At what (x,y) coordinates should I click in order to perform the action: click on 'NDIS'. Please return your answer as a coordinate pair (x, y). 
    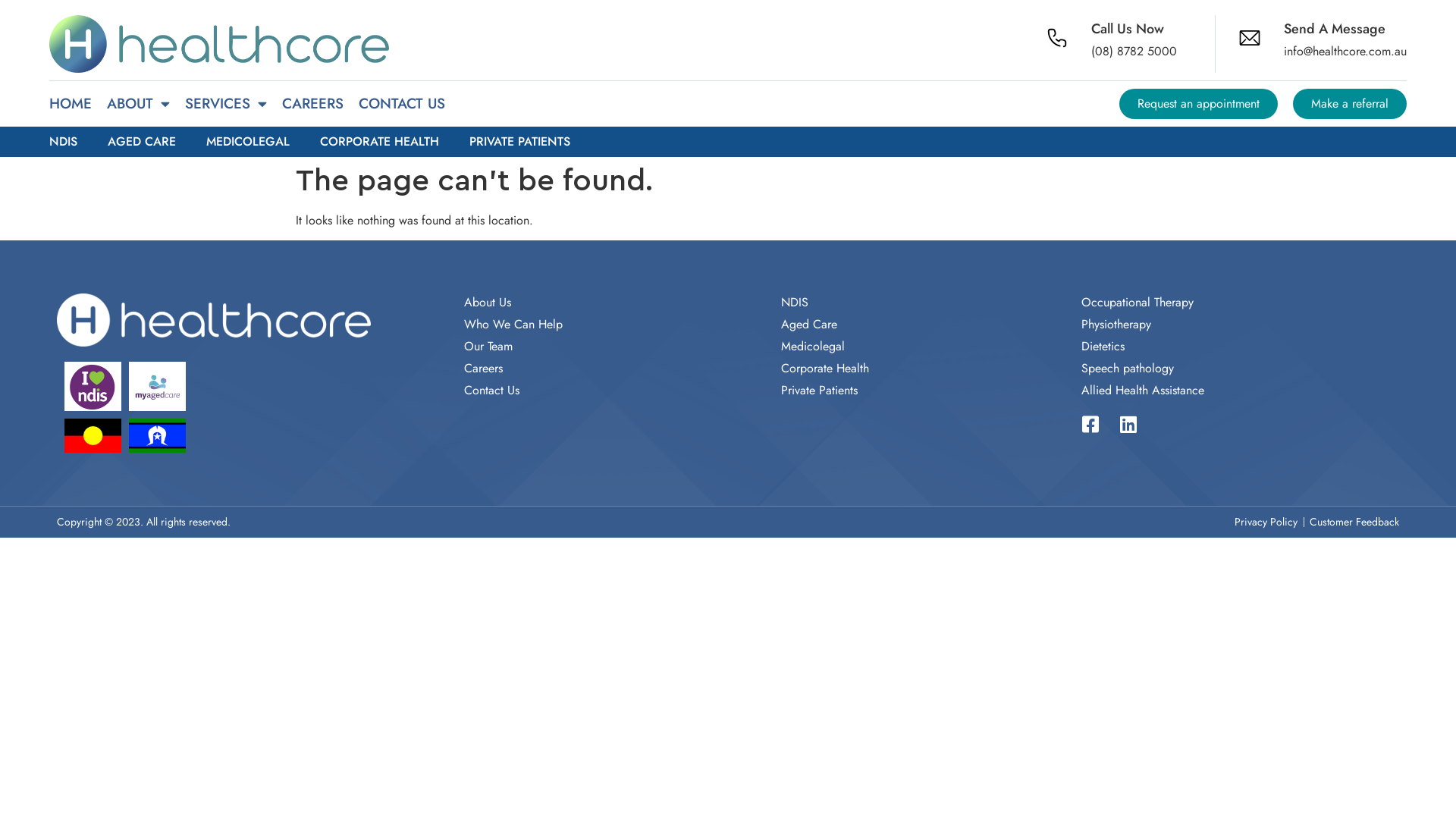
    Looking at the image, I should click on (793, 302).